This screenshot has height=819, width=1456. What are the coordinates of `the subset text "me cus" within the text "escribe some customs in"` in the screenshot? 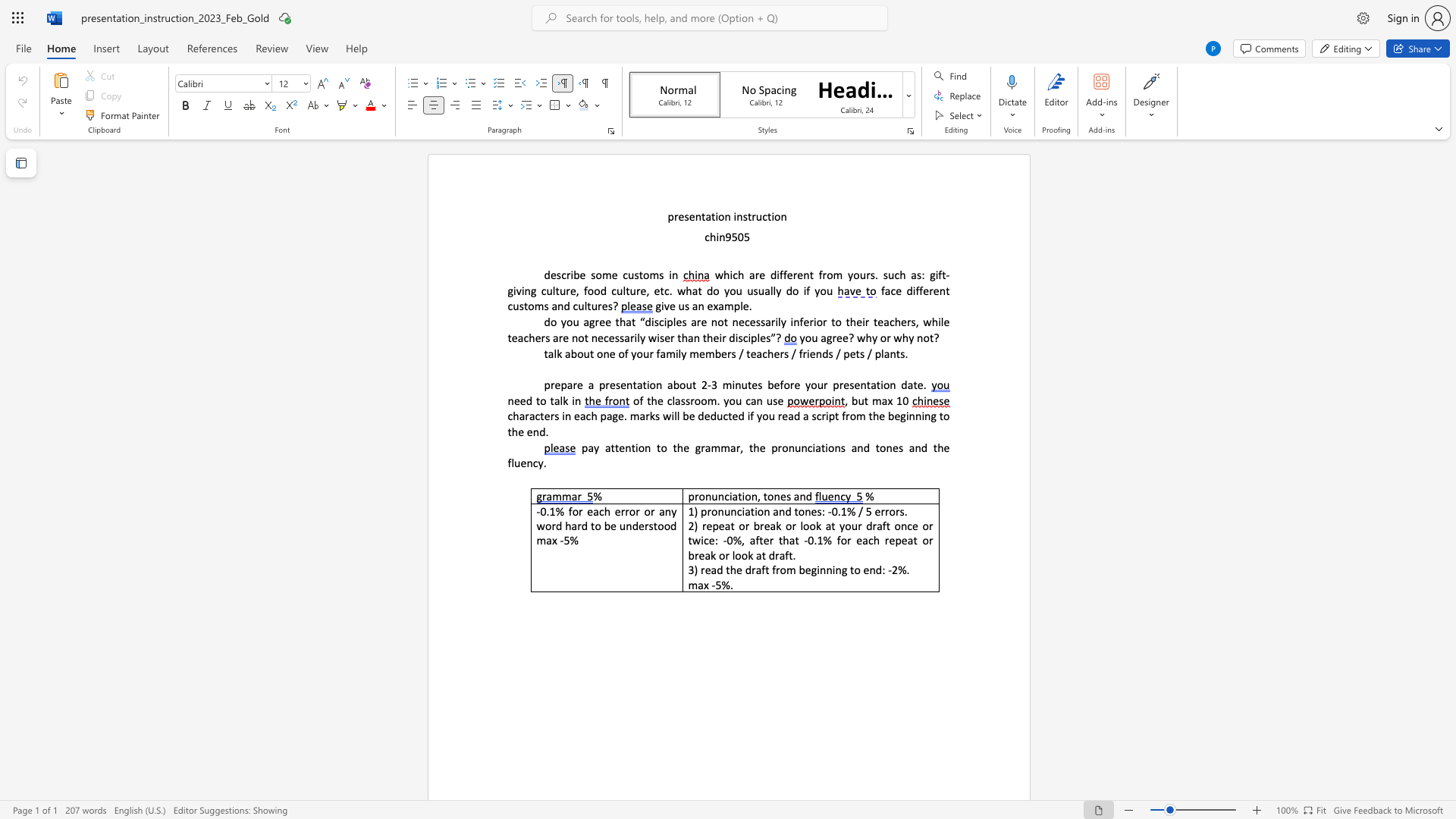 It's located at (601, 275).